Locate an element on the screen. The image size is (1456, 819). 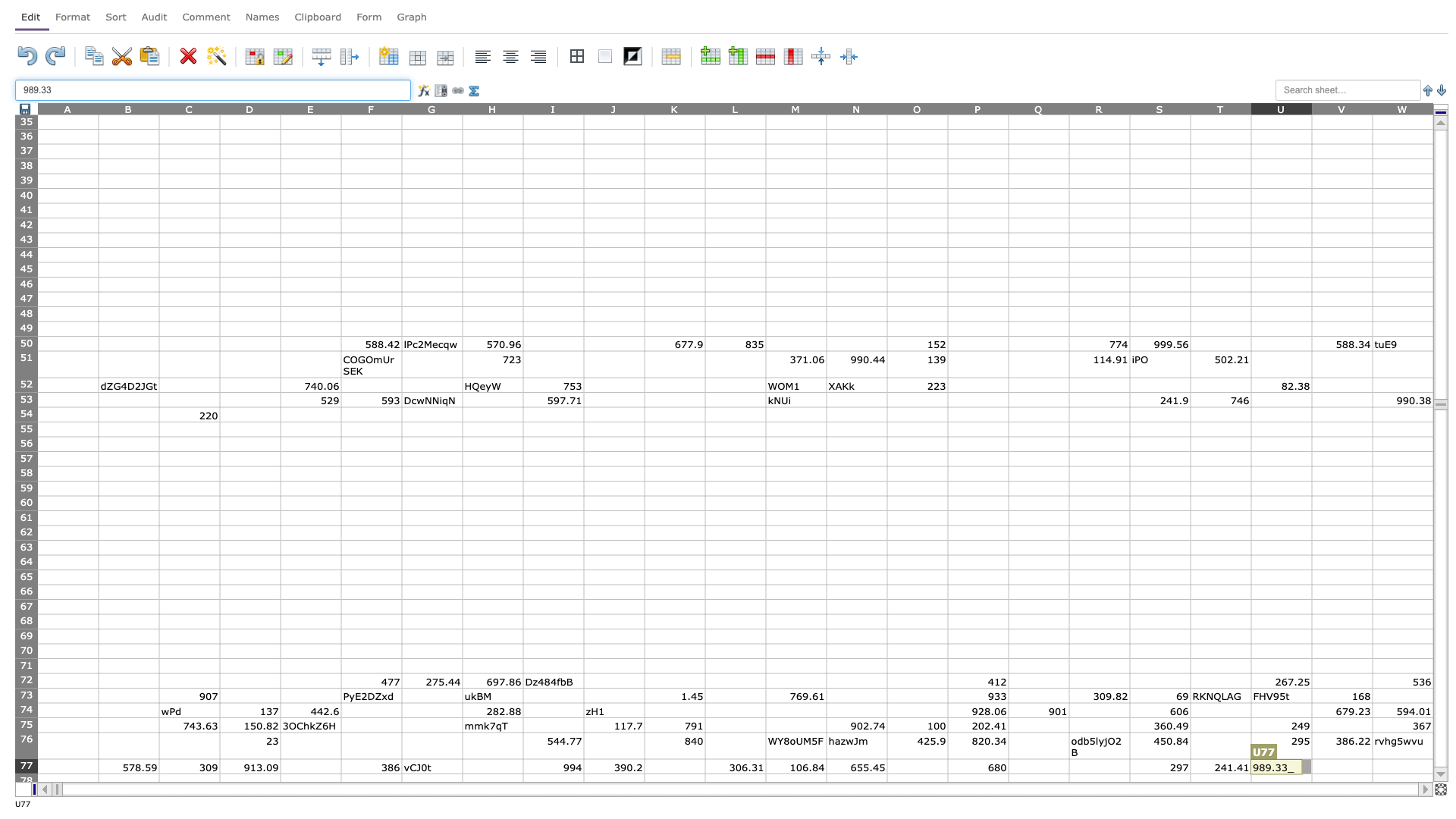
Top left of cell W77 is located at coordinates (1372, 759).